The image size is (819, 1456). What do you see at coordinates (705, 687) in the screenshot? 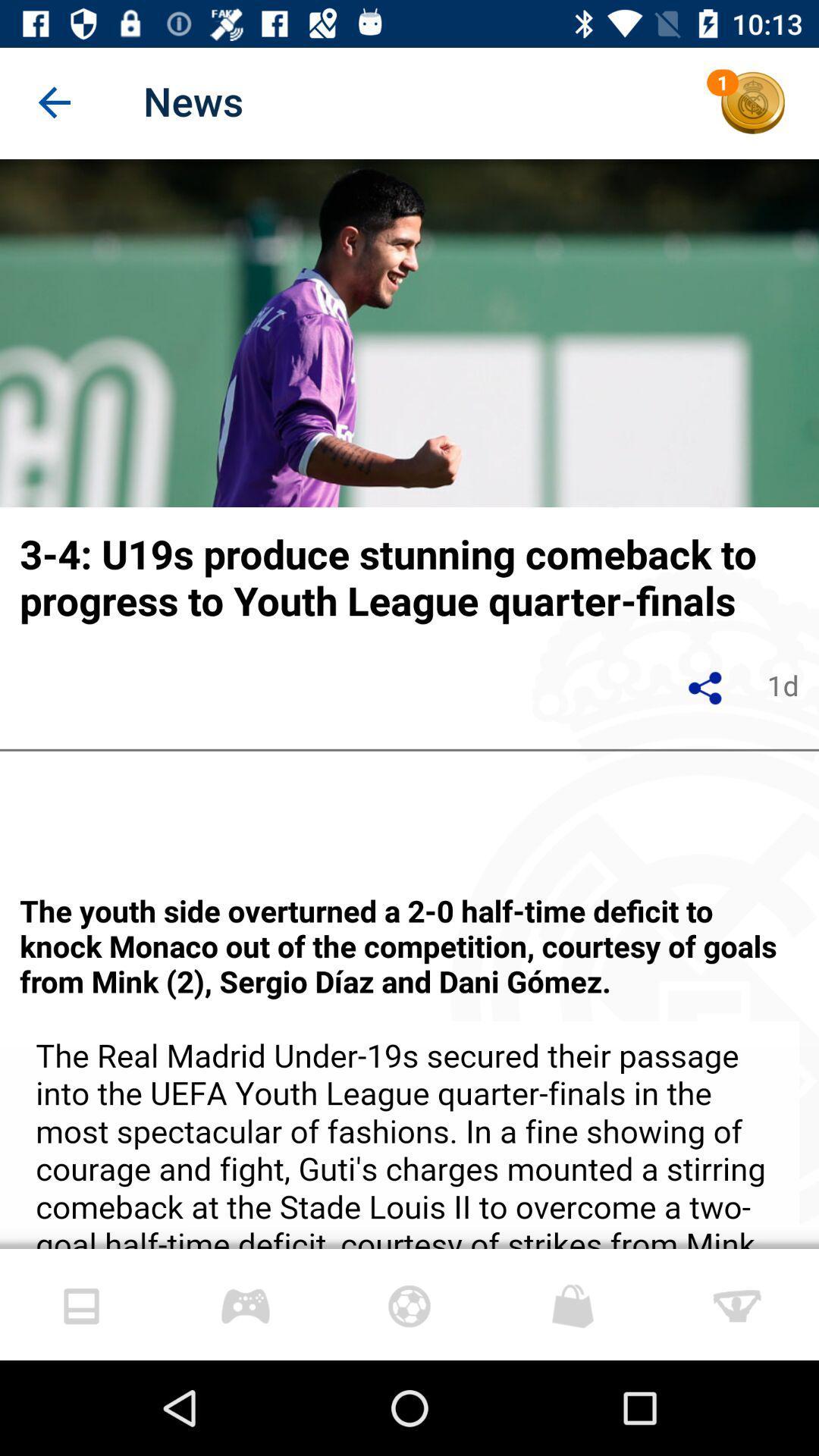
I see `tap the share icon` at bounding box center [705, 687].